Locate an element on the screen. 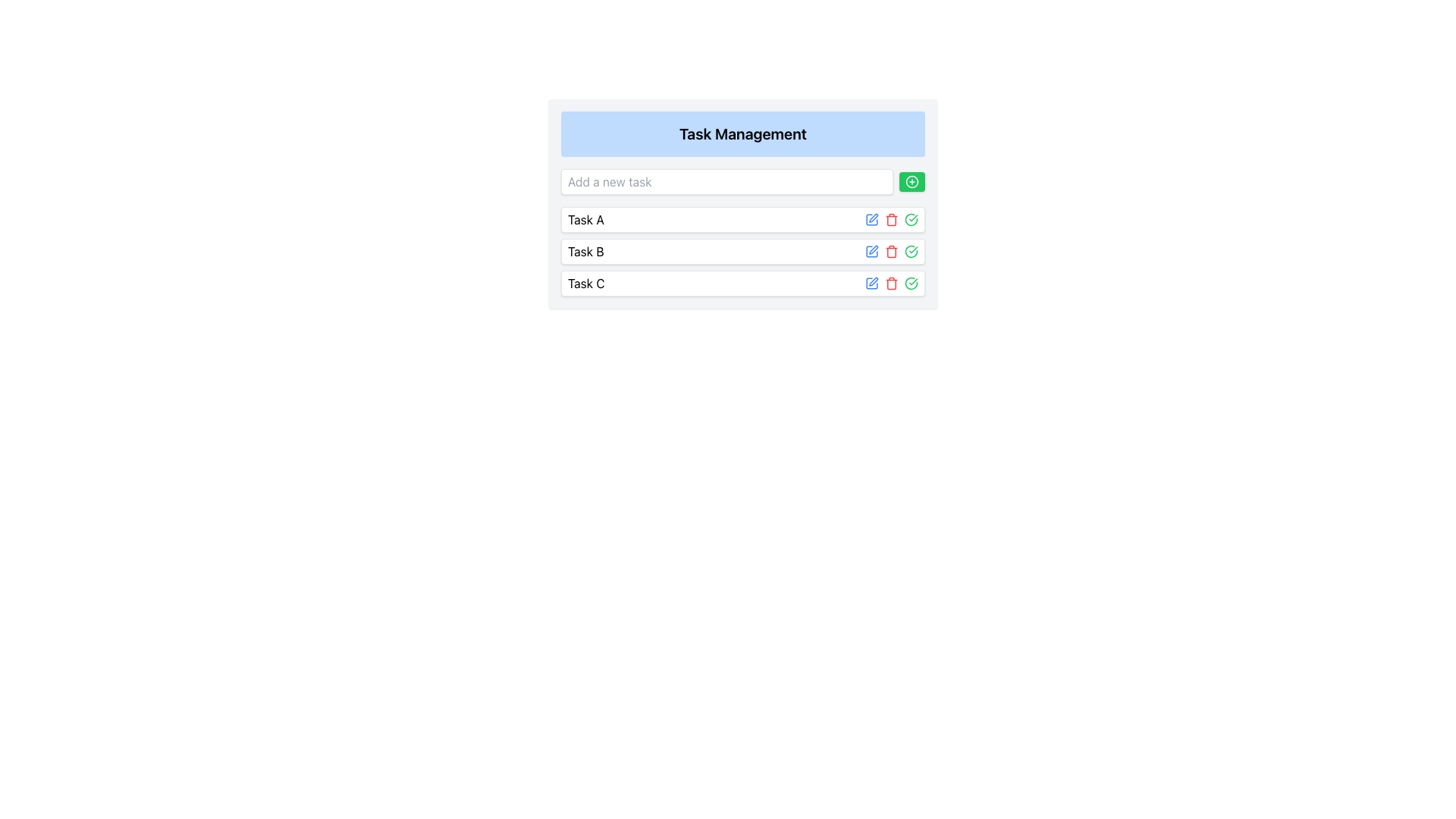 This screenshot has width=1456, height=819. the header section with a blue background containing the bold black text 'Task Management' is located at coordinates (742, 133).